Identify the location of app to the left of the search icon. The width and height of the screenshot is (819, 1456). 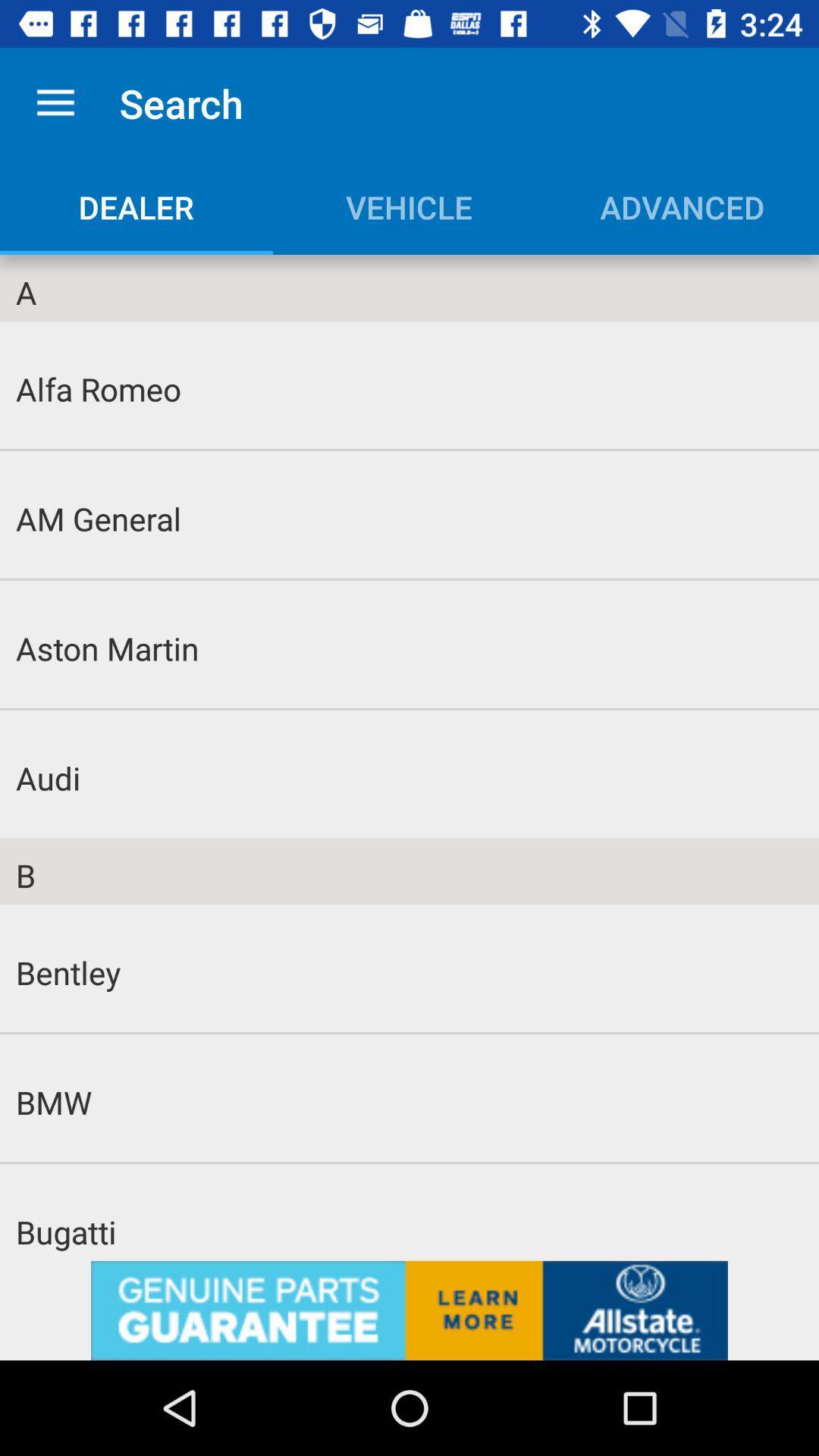
(55, 102).